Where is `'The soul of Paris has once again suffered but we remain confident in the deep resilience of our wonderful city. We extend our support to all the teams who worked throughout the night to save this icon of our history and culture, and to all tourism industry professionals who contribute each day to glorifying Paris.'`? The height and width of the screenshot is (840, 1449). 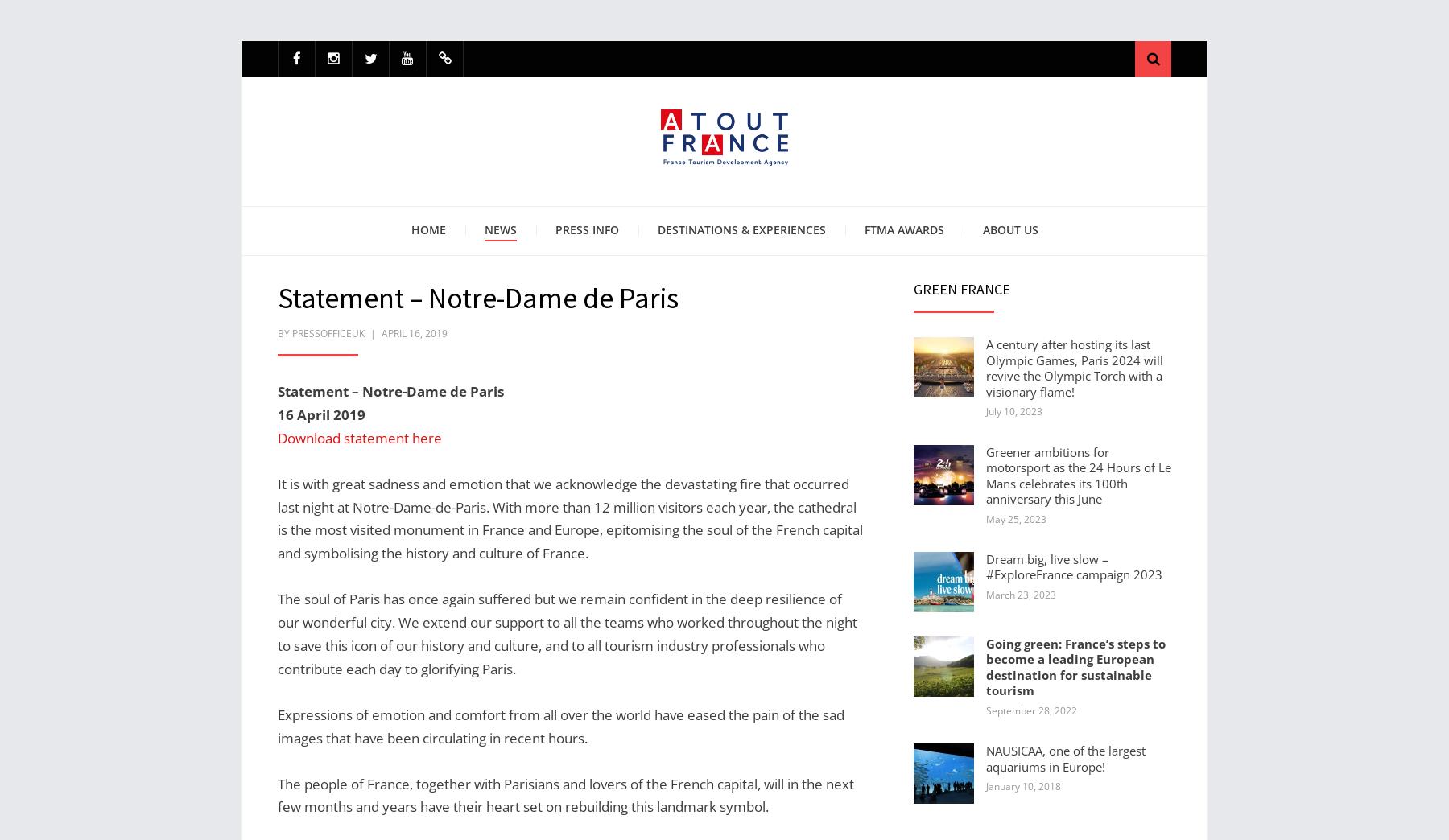
'The soul of Paris has once again suffered but we remain confident in the deep resilience of our wonderful city. We extend our support to all the teams who worked throughout the night to save this icon of our history and culture, and to all tourism industry professionals who contribute each day to glorifying Paris.' is located at coordinates (567, 632).